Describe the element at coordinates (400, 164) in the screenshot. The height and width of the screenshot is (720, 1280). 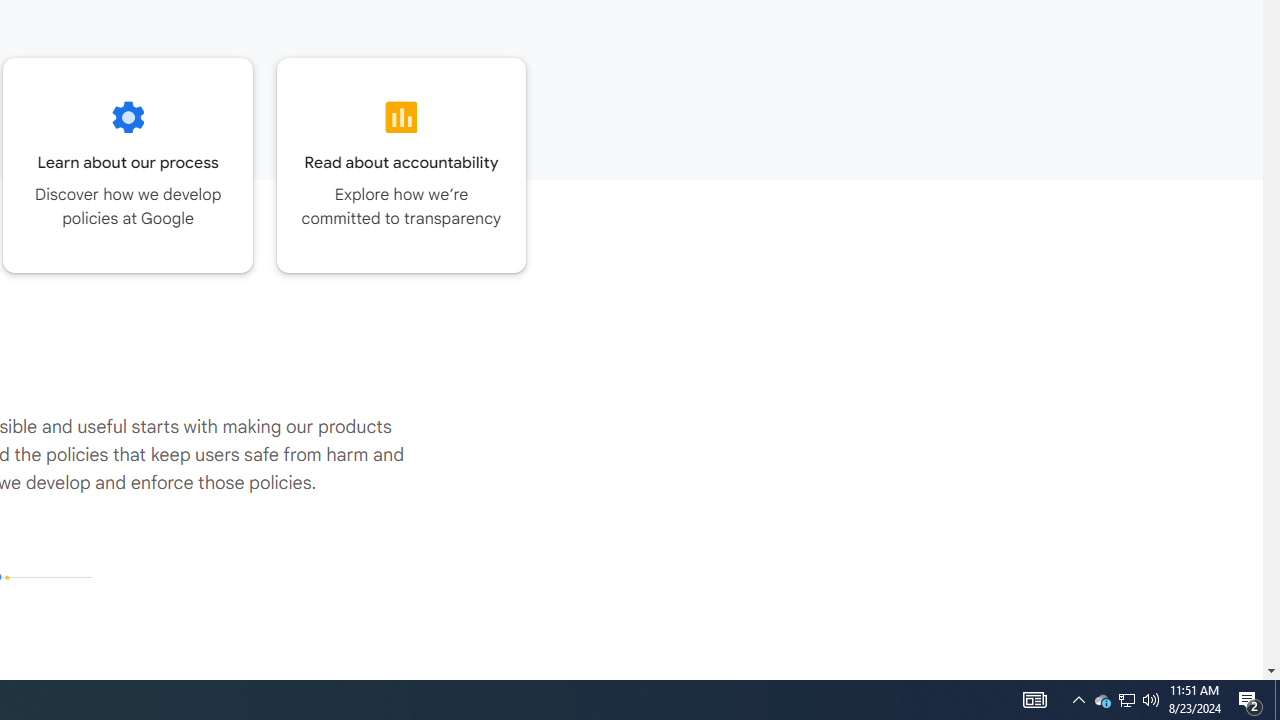
I see `'Go to the Accountability page'` at that location.